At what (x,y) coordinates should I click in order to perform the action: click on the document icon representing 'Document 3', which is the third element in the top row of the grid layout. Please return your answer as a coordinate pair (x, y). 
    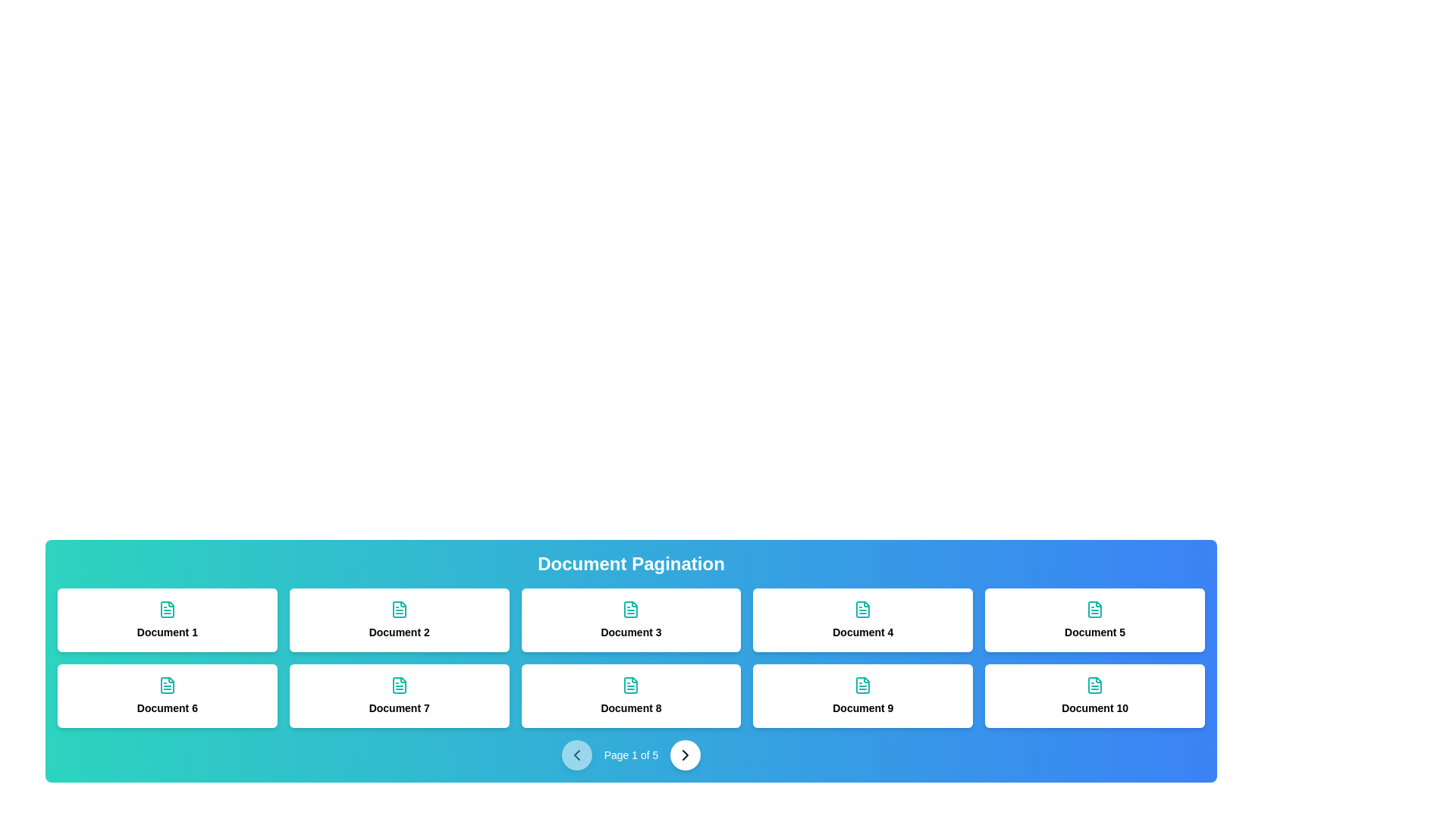
    Looking at the image, I should click on (631, 608).